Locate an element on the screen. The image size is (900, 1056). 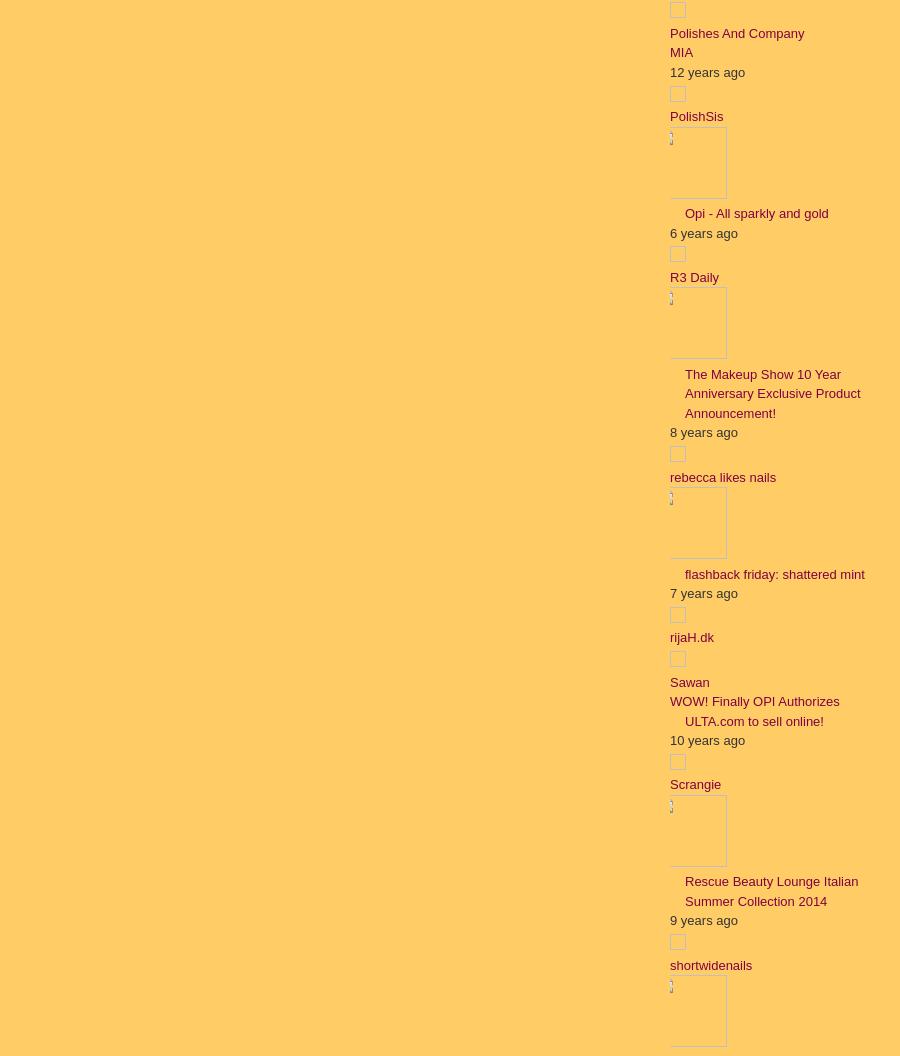
'6 years ago' is located at coordinates (702, 231).